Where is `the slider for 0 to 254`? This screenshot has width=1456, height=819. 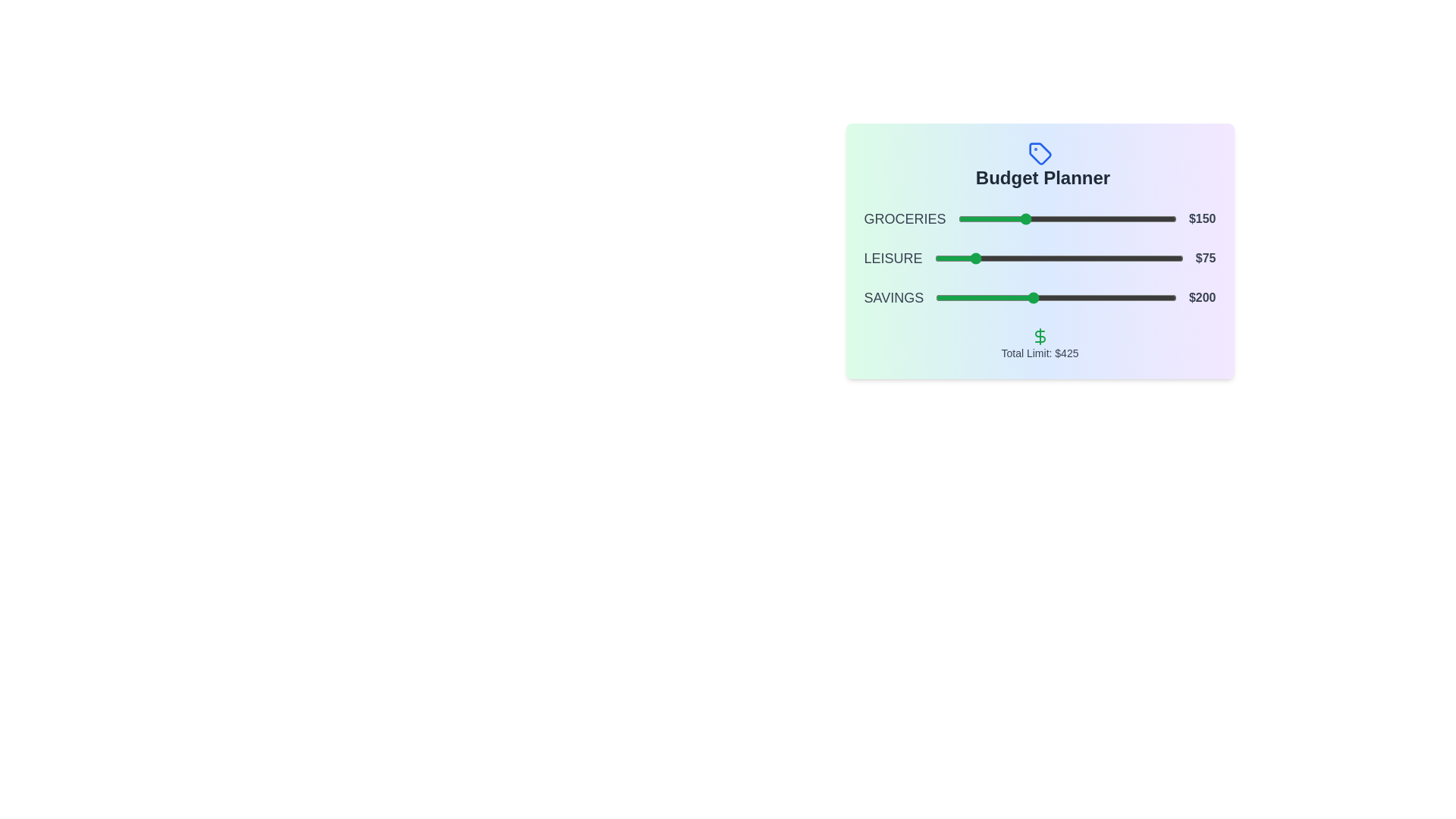
the slider for 0 to 254 is located at coordinates (1068, 219).